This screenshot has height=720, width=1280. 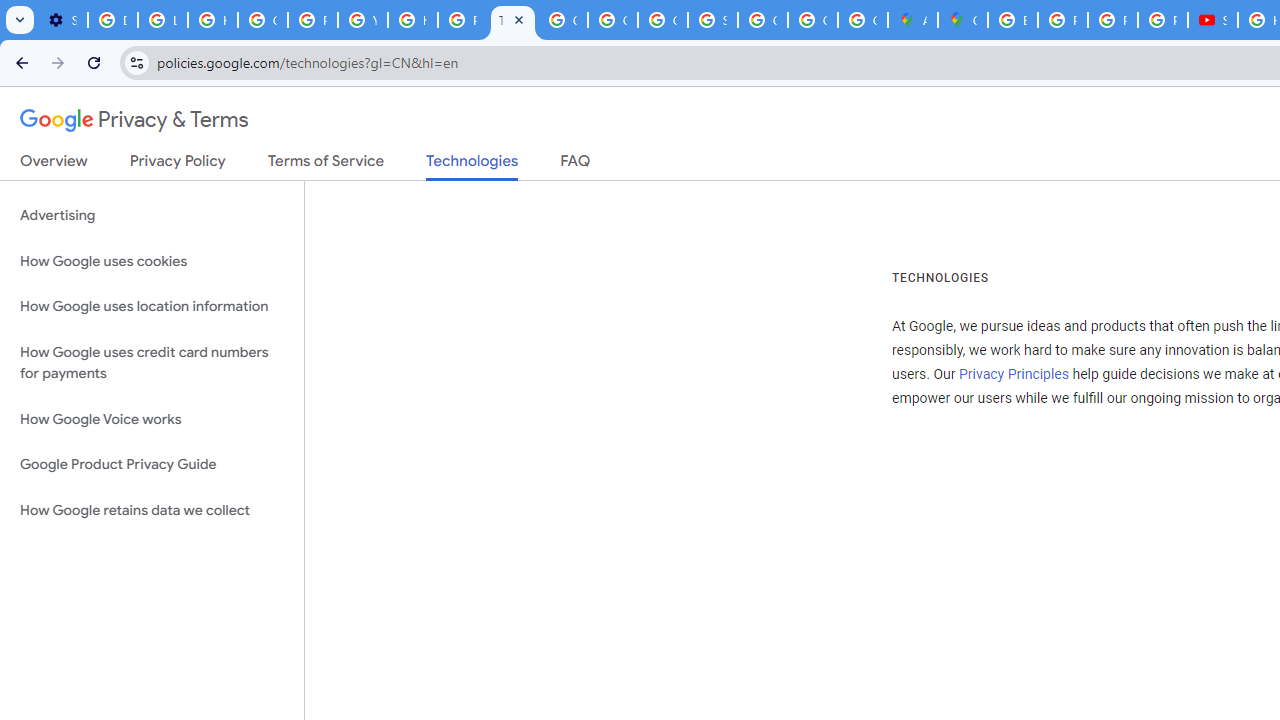 I want to click on 'YouTube', so click(x=362, y=20).